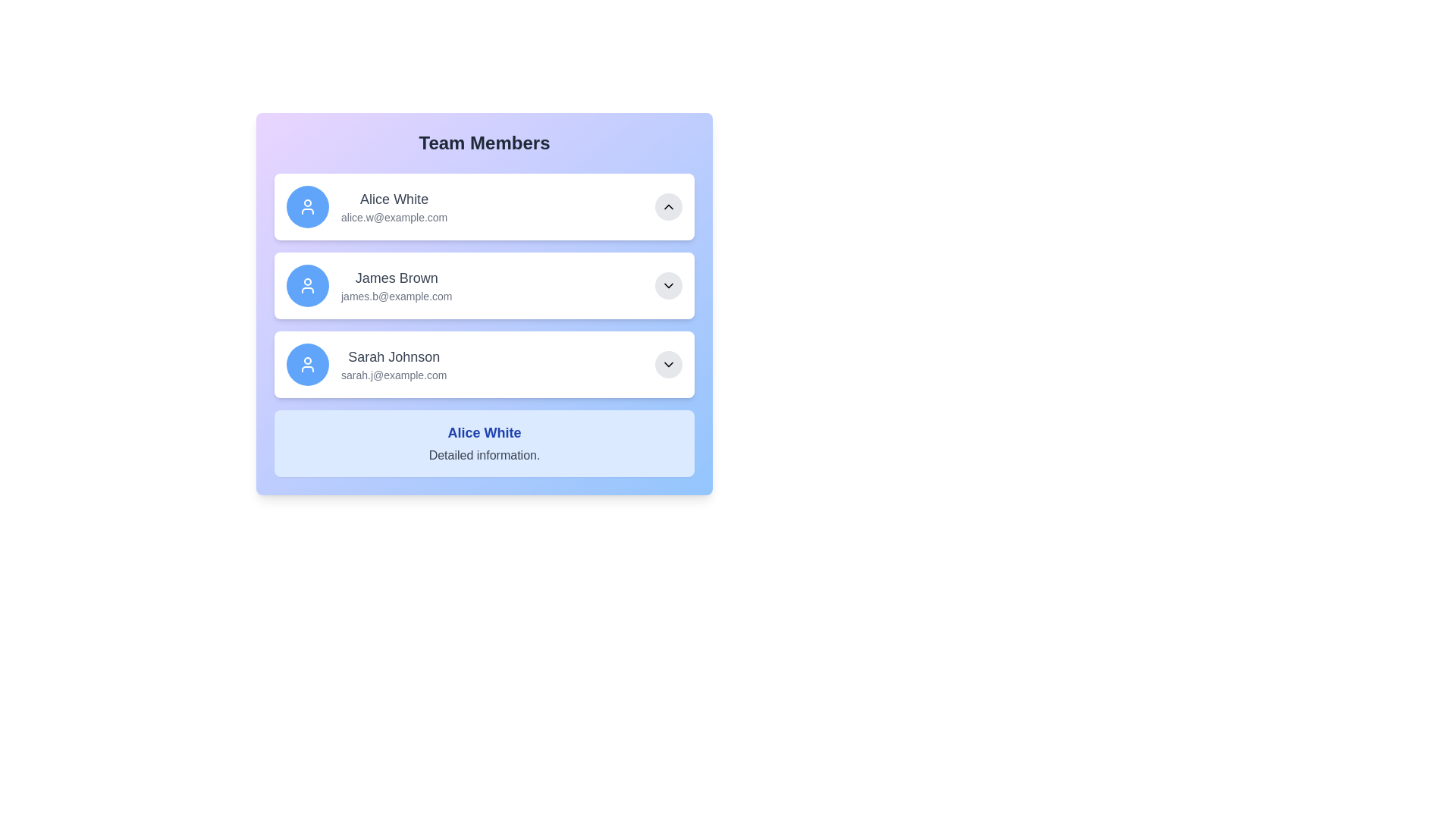 The image size is (1456, 819). I want to click on the profile avatar representing the user 'Sarah Johnson' located to the left of the text block containing 'Sarah Johnson' and 'sarah.j@example.com' in the 'Team Members' section, so click(307, 365).